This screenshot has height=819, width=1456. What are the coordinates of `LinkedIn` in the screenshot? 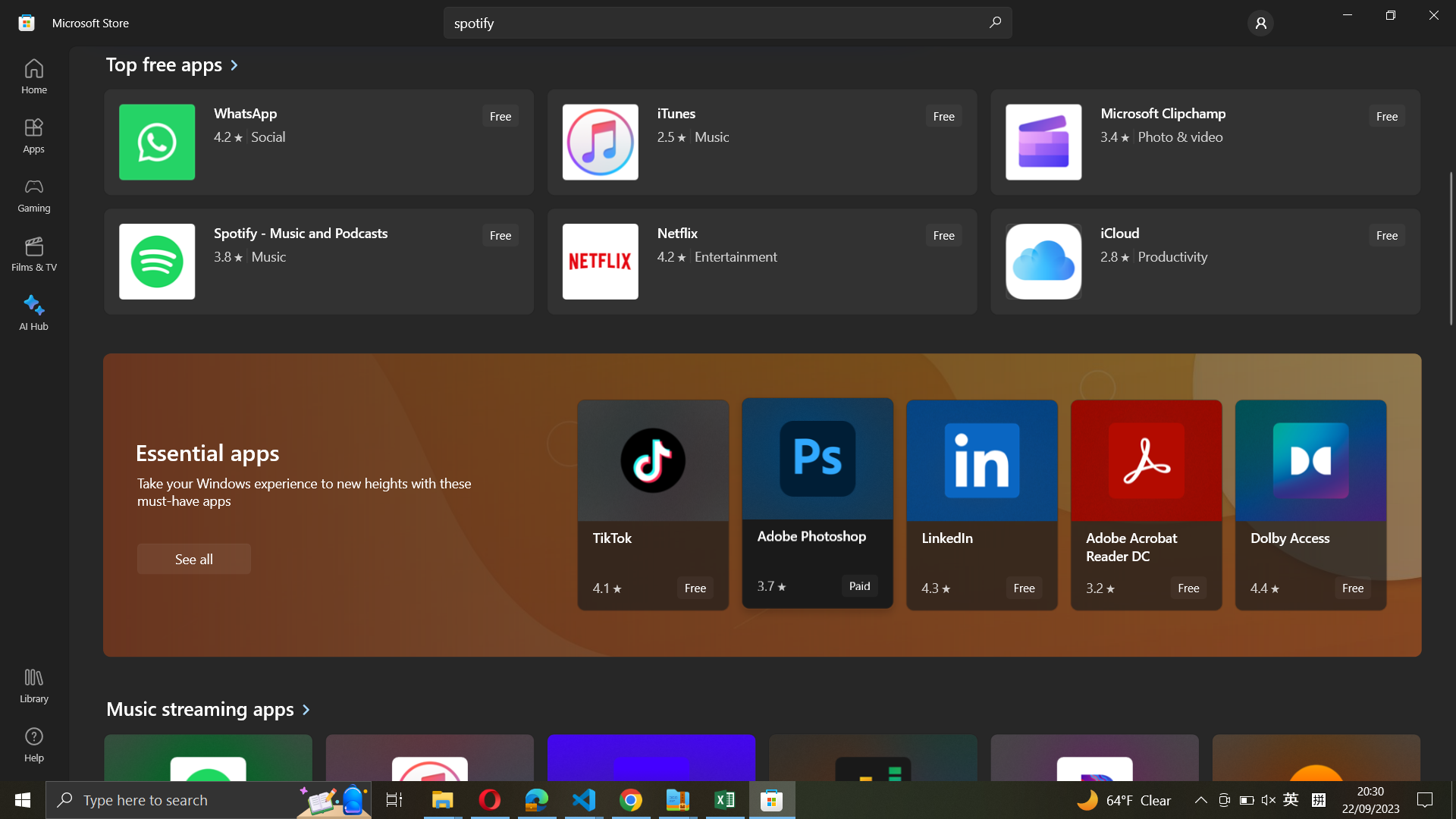 It's located at (982, 506).